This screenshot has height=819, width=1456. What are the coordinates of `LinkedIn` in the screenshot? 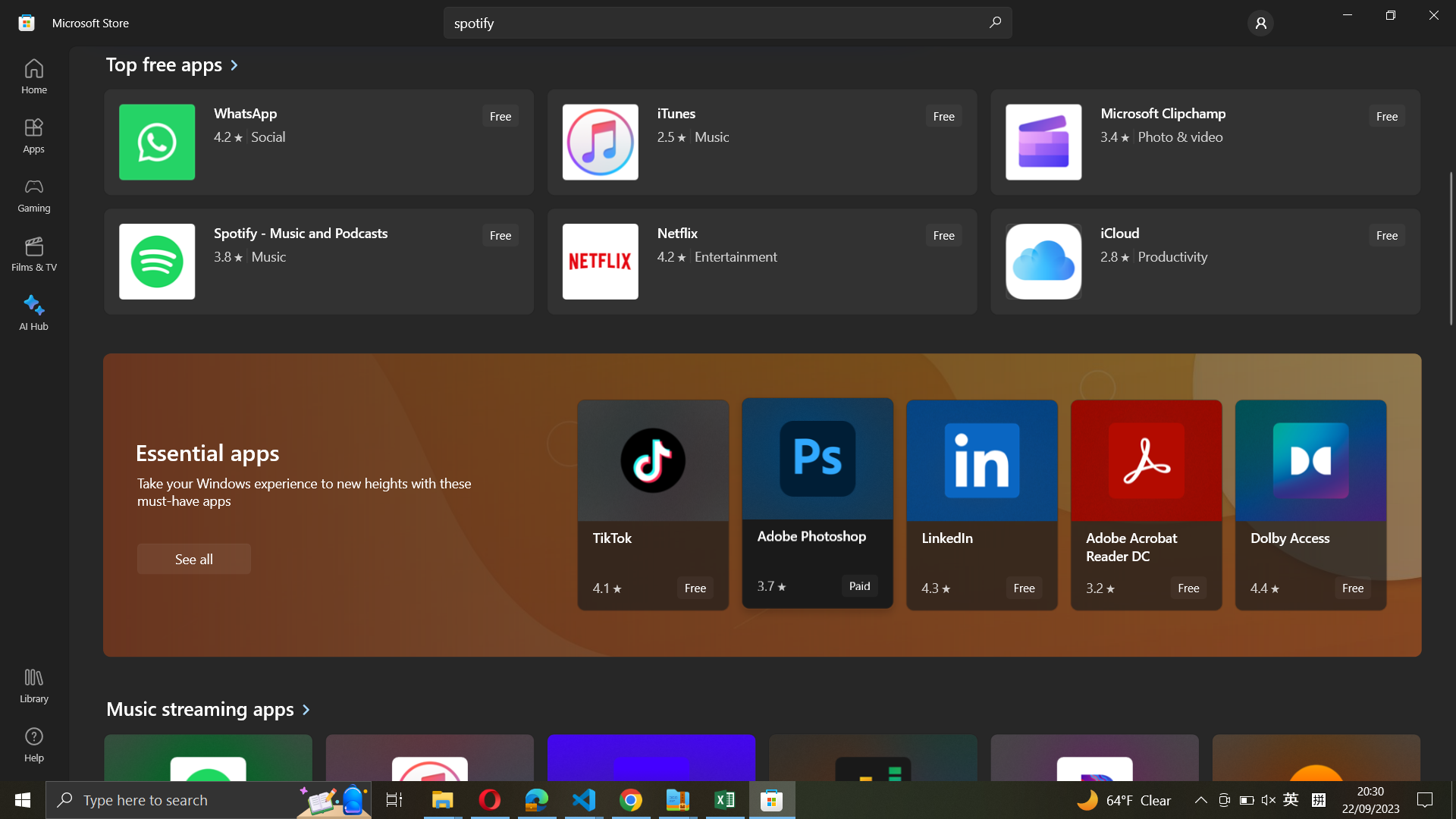 It's located at (982, 506).